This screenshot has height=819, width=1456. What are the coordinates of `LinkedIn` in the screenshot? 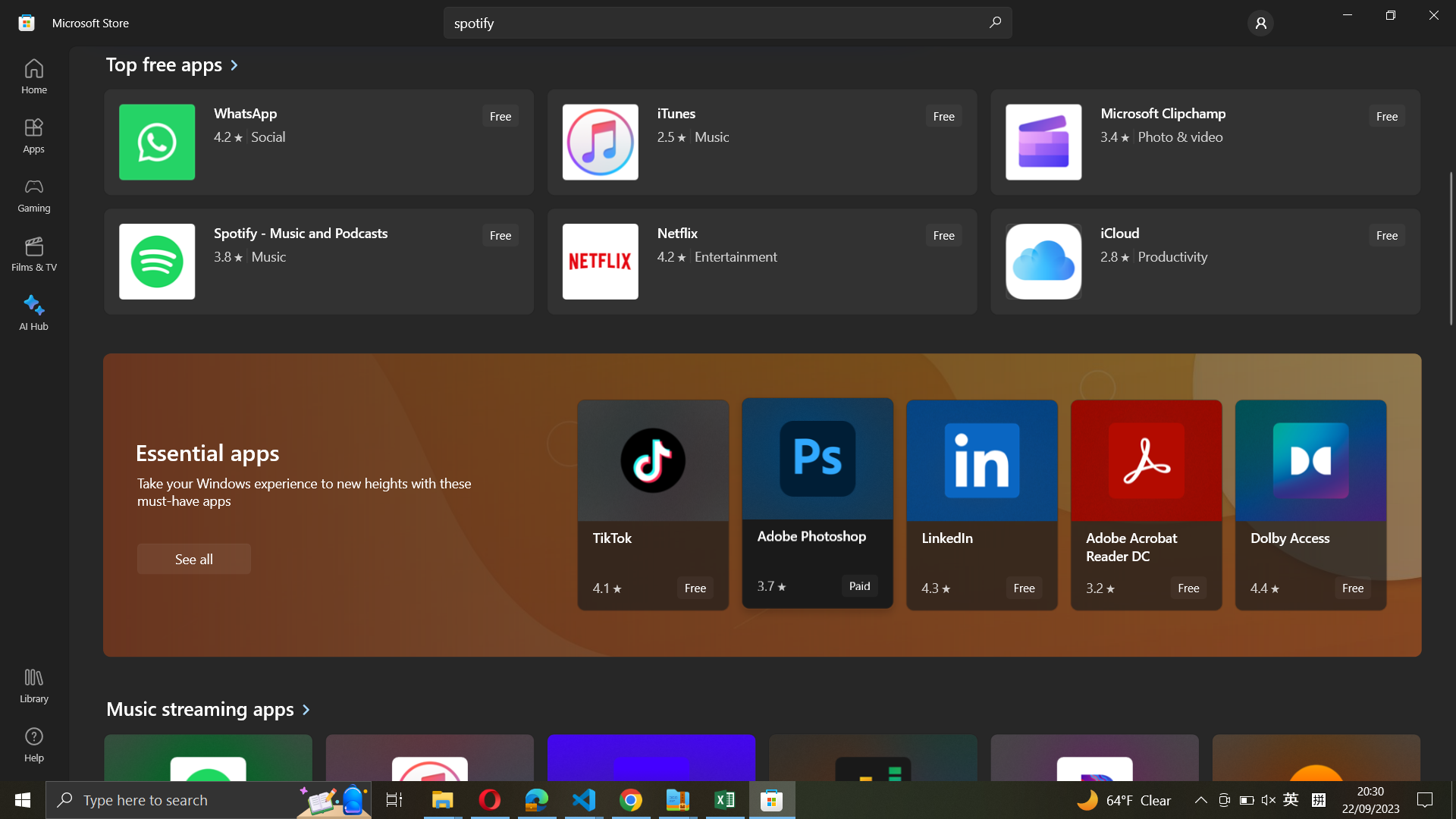 It's located at (982, 506).